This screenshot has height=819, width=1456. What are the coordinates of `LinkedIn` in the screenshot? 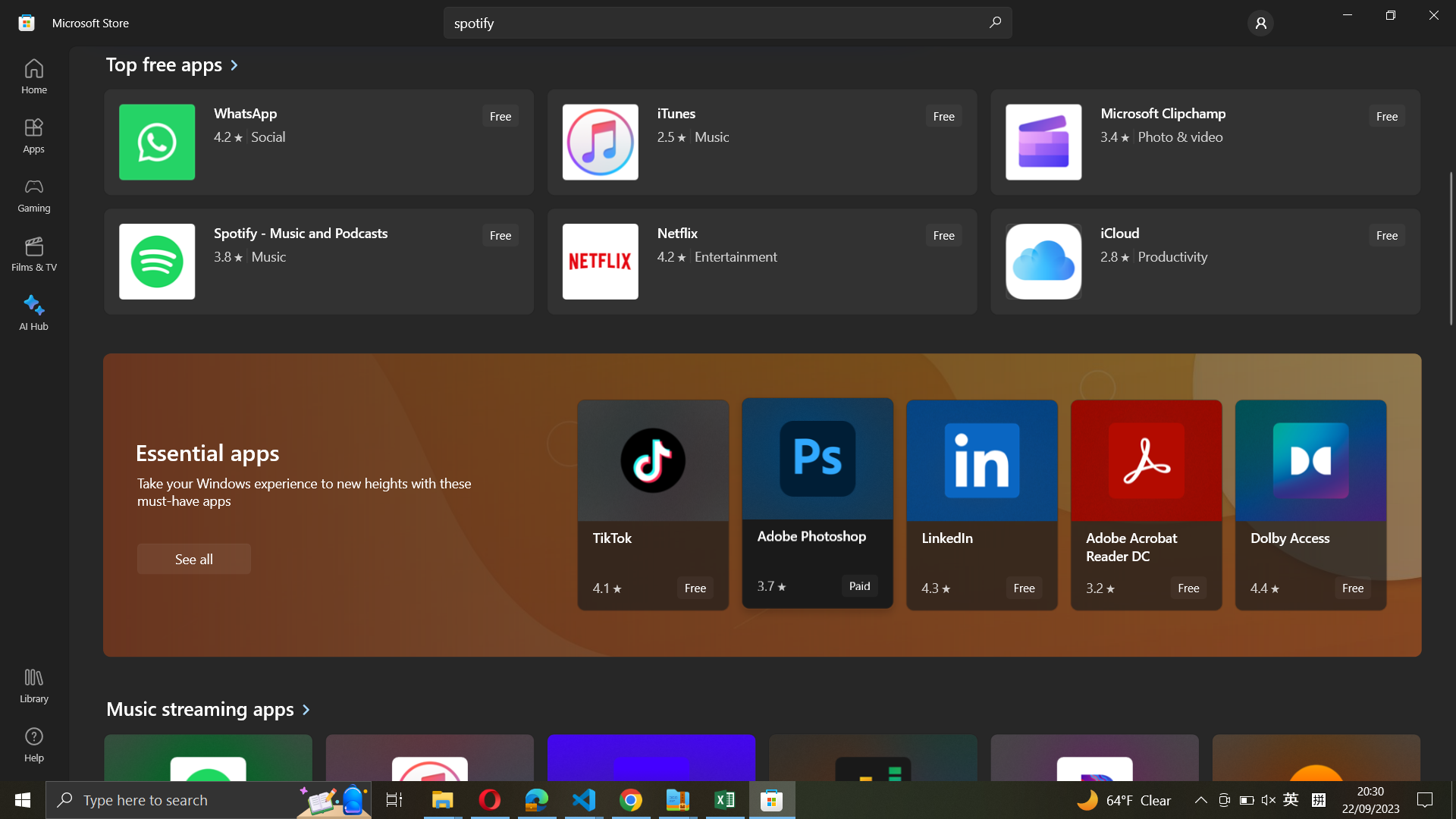 It's located at (982, 506).